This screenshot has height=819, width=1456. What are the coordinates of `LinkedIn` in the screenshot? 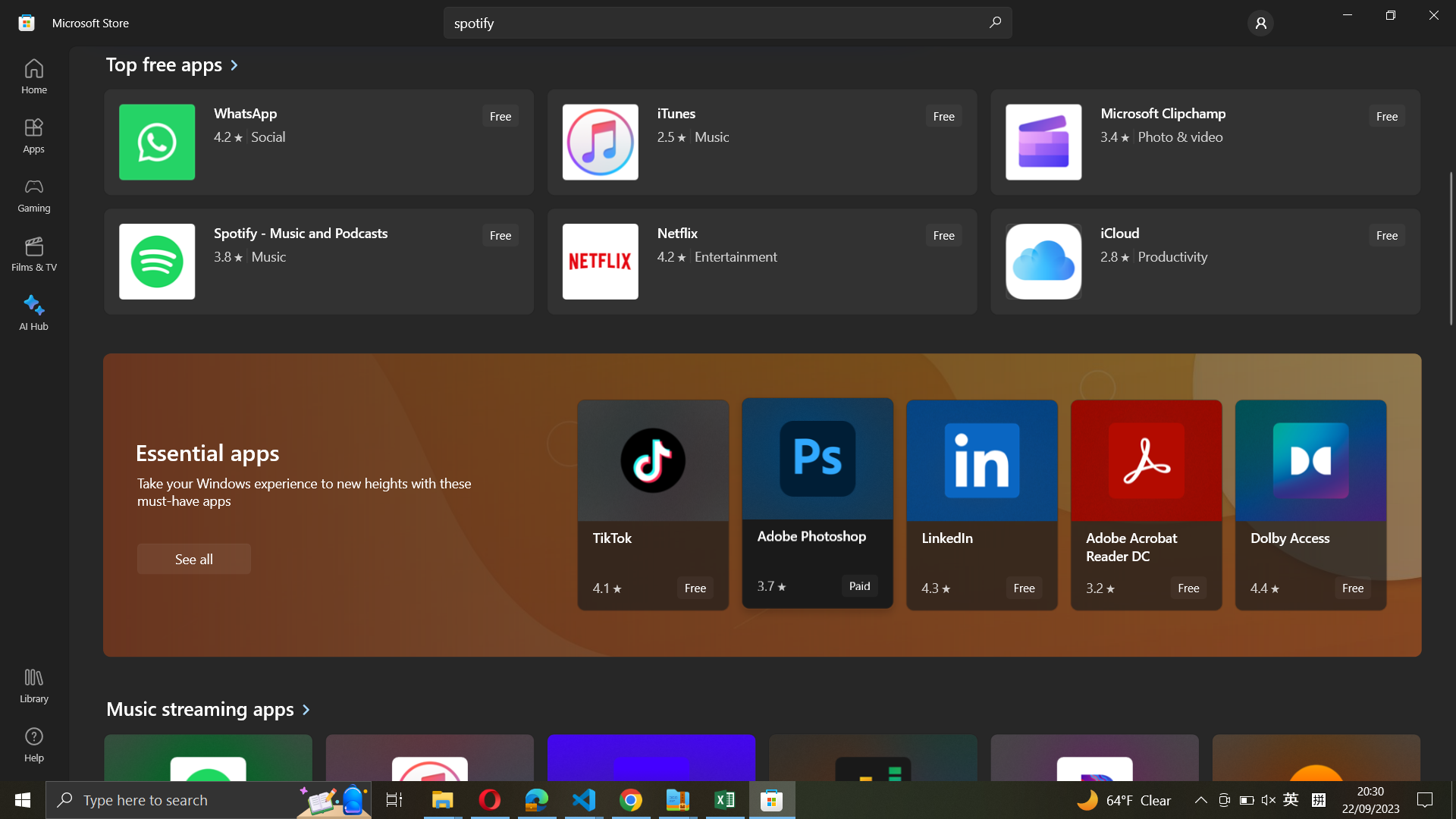 It's located at (982, 506).